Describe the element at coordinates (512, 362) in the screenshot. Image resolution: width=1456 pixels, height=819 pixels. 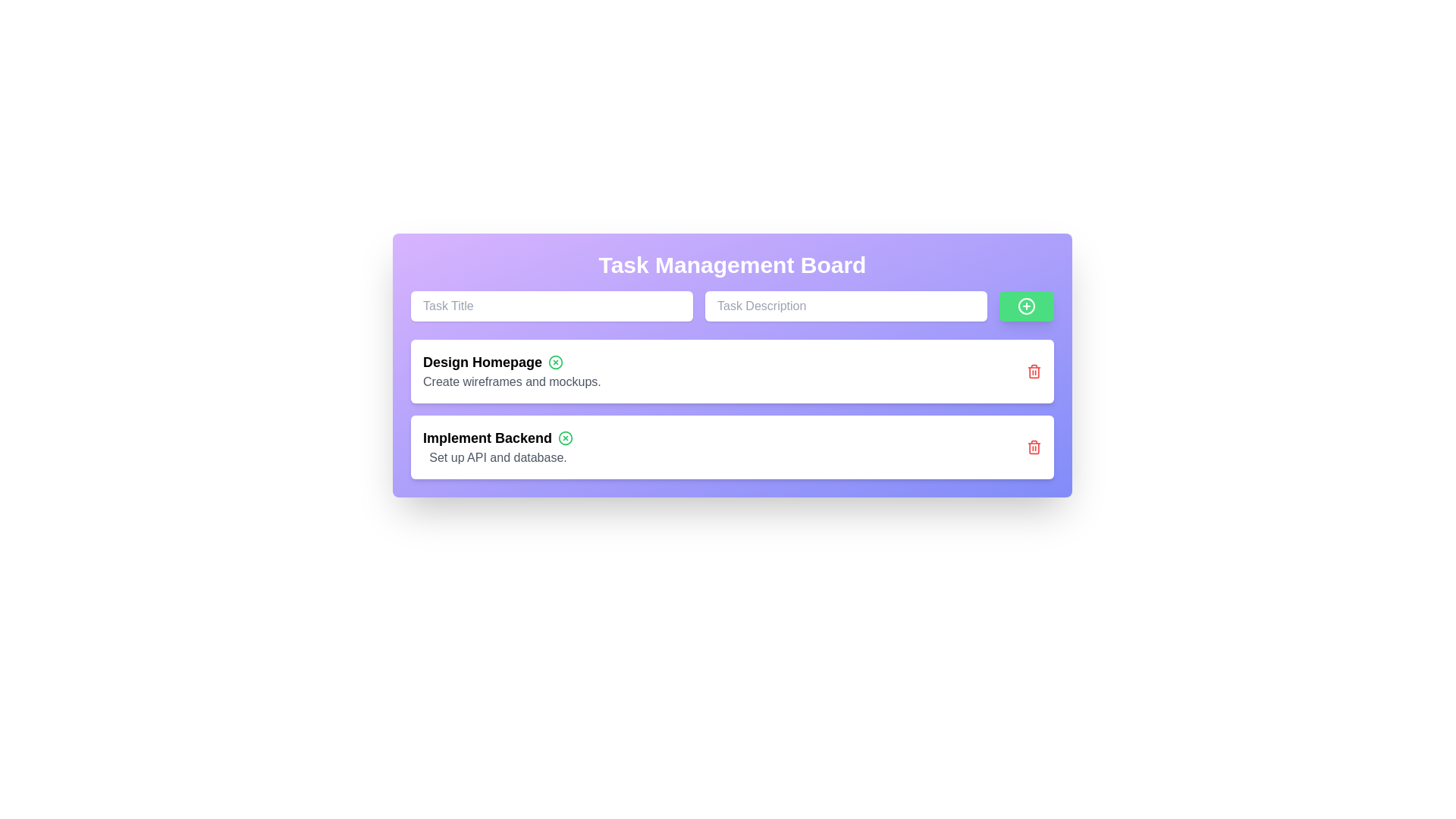
I see `the bold and large text label reading 'Design Homepage', which is adjacent to a green circular icon with a white checkmark, located in the upper task card of the vertically stacked list of task items` at that location.